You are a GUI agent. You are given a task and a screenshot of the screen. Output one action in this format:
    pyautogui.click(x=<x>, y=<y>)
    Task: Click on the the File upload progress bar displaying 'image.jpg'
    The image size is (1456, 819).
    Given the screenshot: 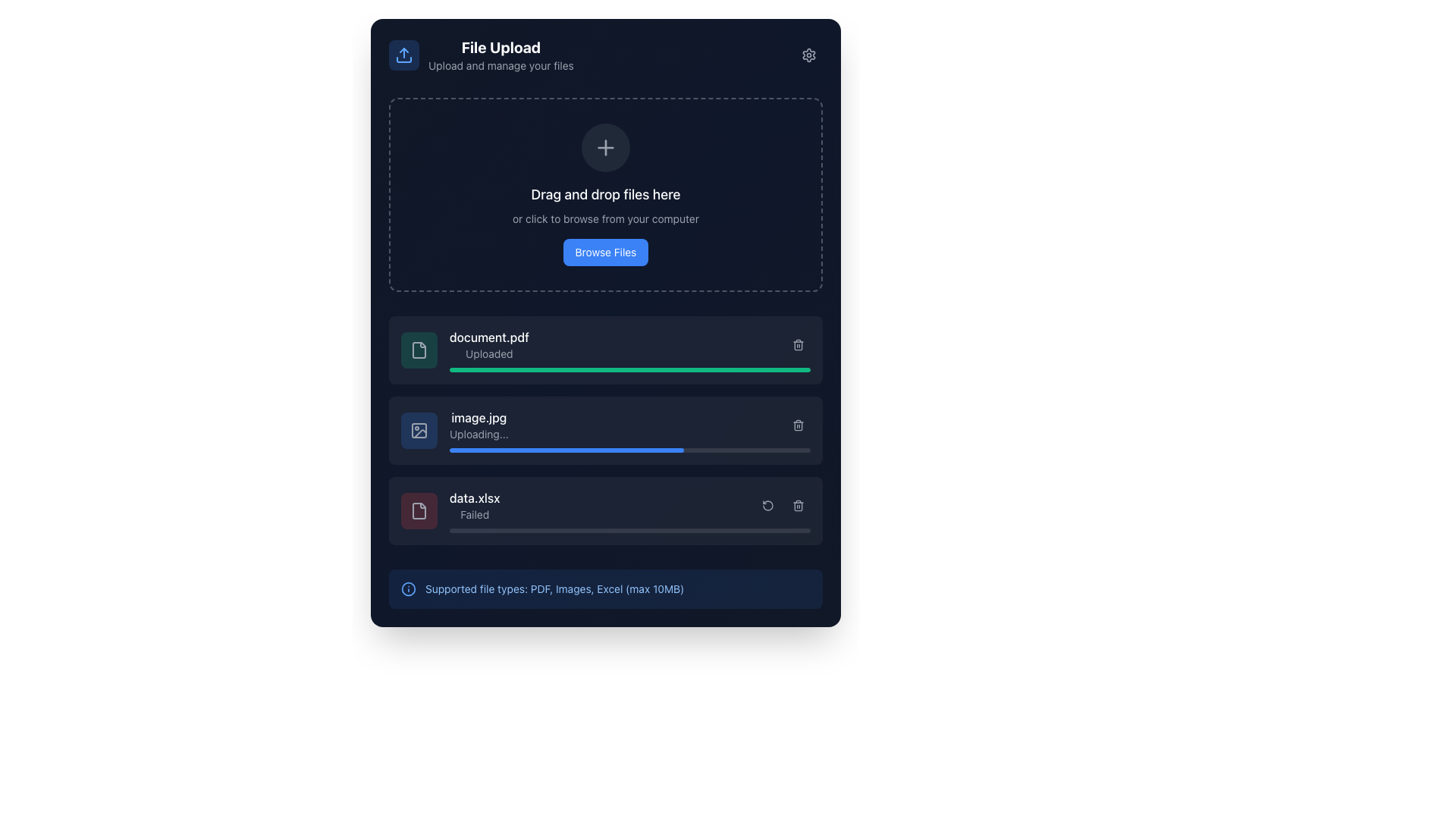 What is the action you would take?
    pyautogui.click(x=604, y=430)
    